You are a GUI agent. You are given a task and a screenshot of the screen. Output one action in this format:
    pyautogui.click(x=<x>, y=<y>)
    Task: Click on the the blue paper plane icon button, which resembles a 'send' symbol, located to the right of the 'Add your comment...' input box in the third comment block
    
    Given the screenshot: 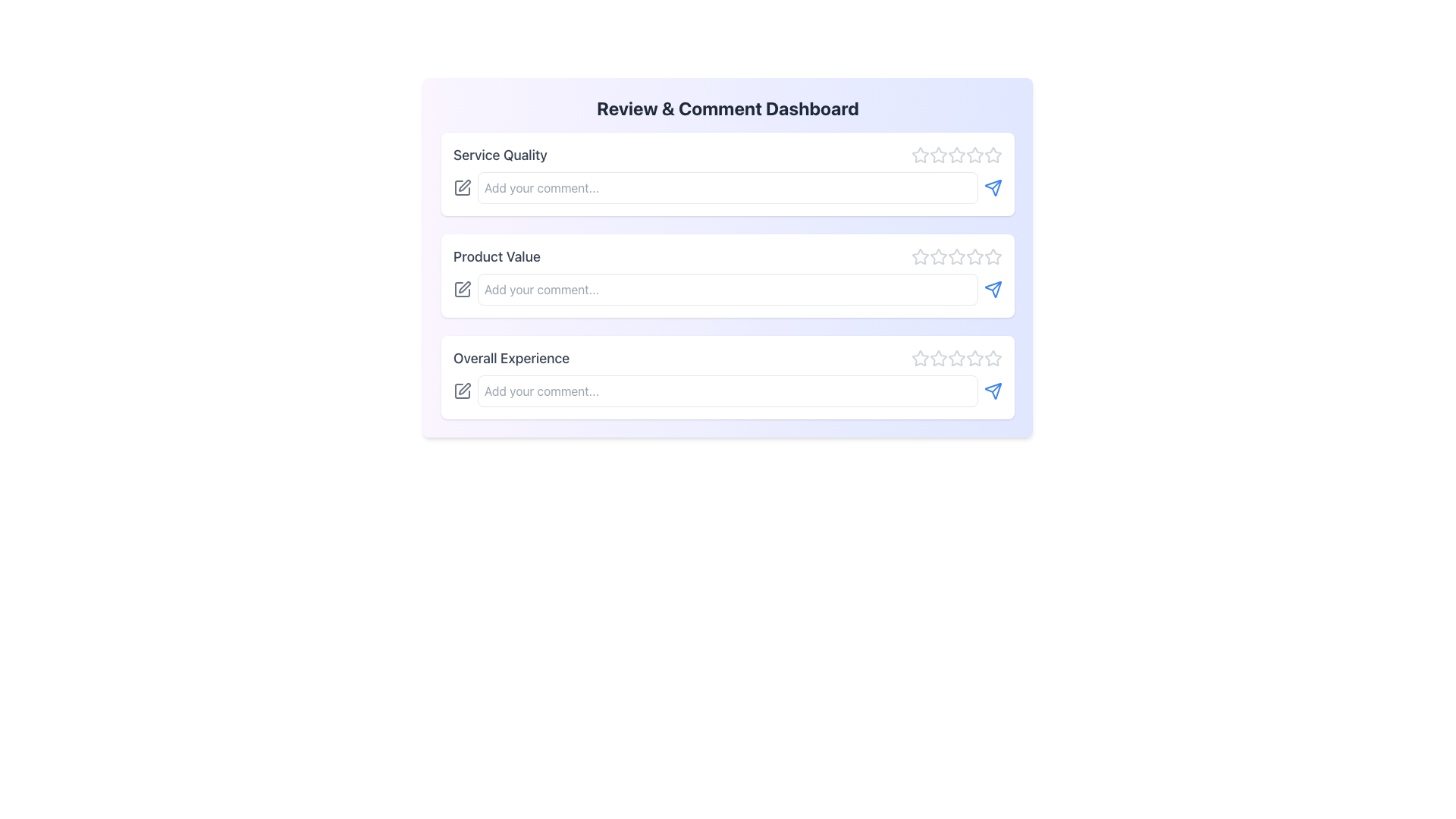 What is the action you would take?
    pyautogui.click(x=993, y=187)
    